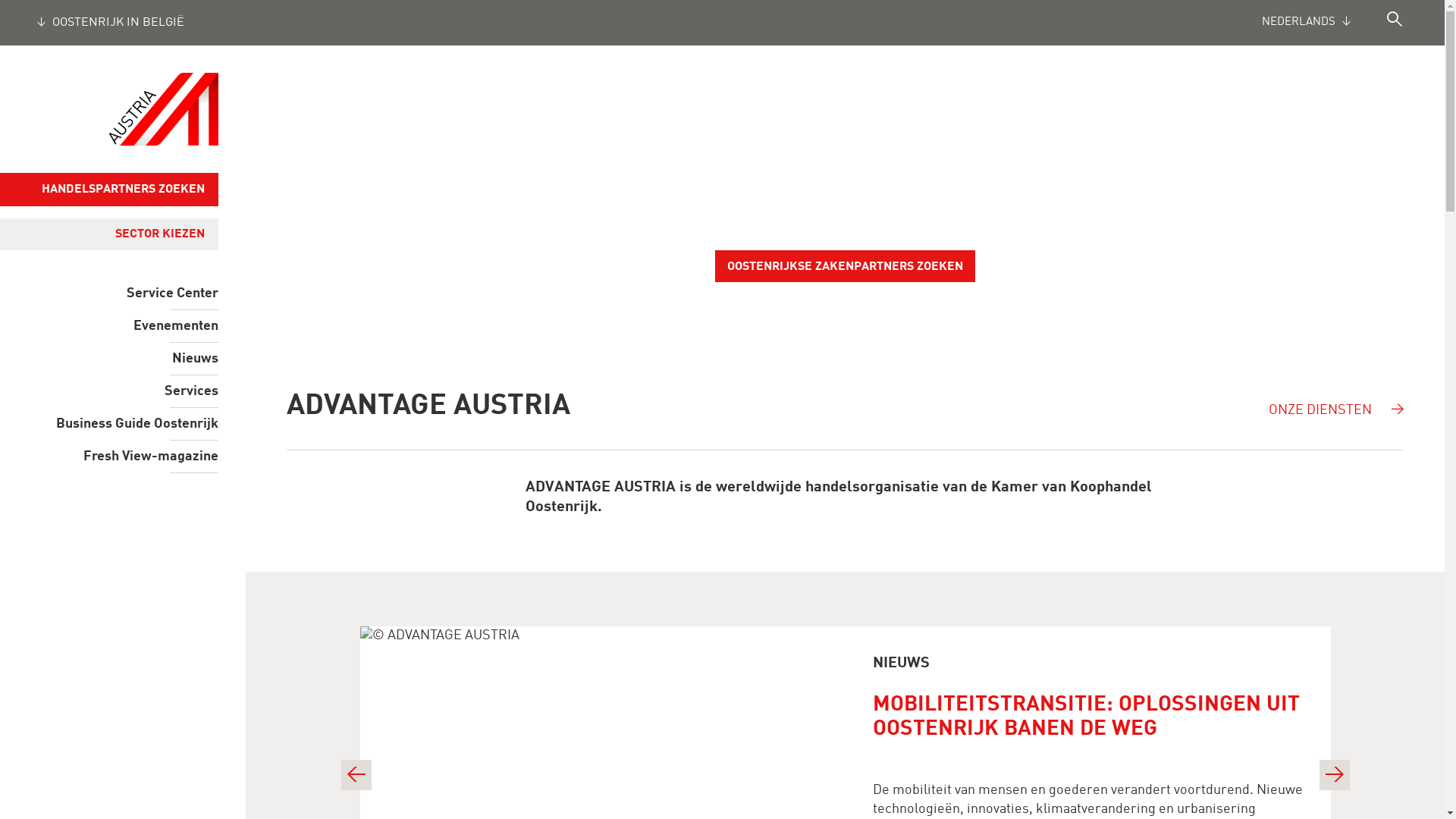 The height and width of the screenshot is (819, 1456). What do you see at coordinates (108, 424) in the screenshot?
I see `'Business Guide Oostenrijk'` at bounding box center [108, 424].